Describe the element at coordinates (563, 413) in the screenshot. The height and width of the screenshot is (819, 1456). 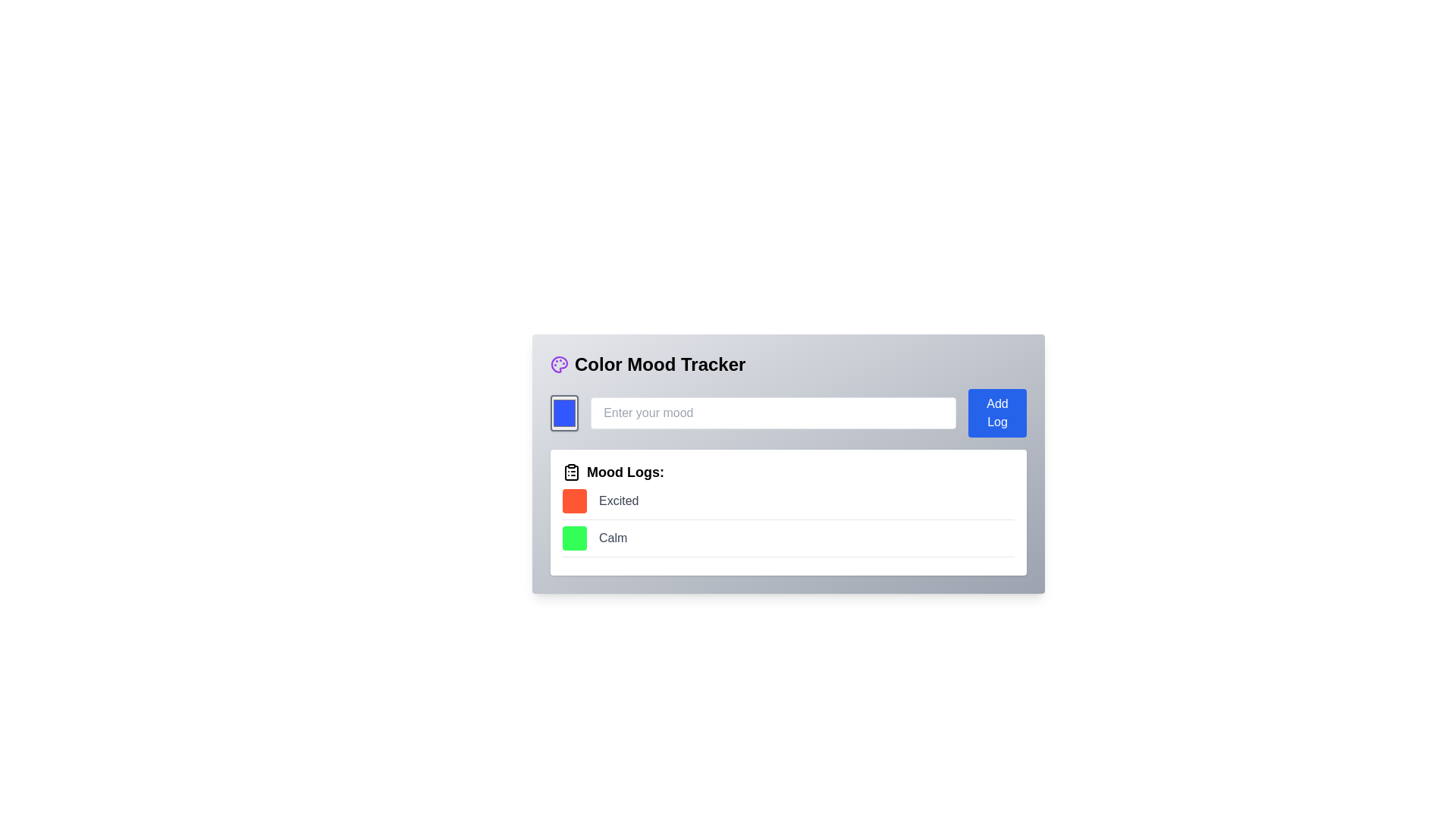
I see `the color picker box, which is a small square with a blue fill and gray border, located in the mood logs layout` at that location.